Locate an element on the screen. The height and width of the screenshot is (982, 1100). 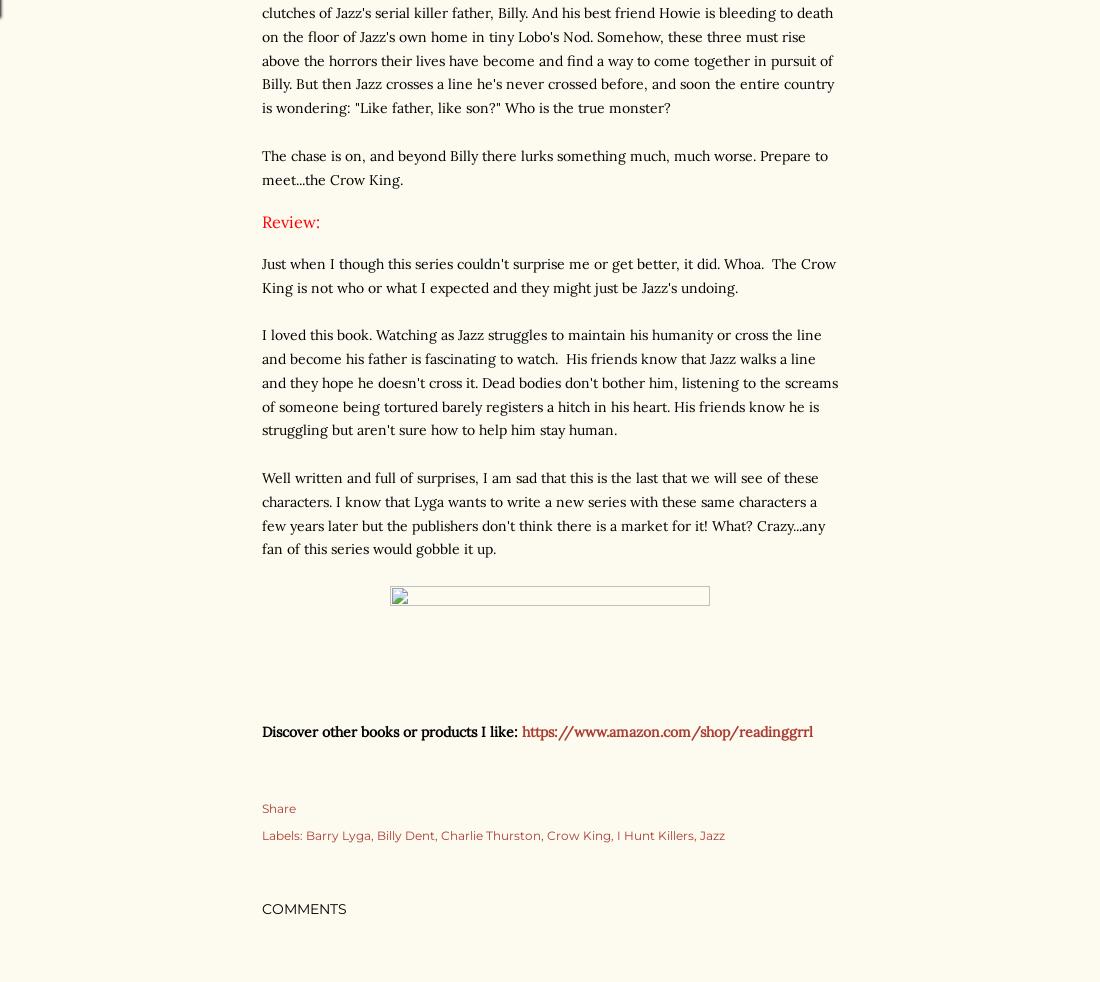
'Share' is located at coordinates (277, 807).